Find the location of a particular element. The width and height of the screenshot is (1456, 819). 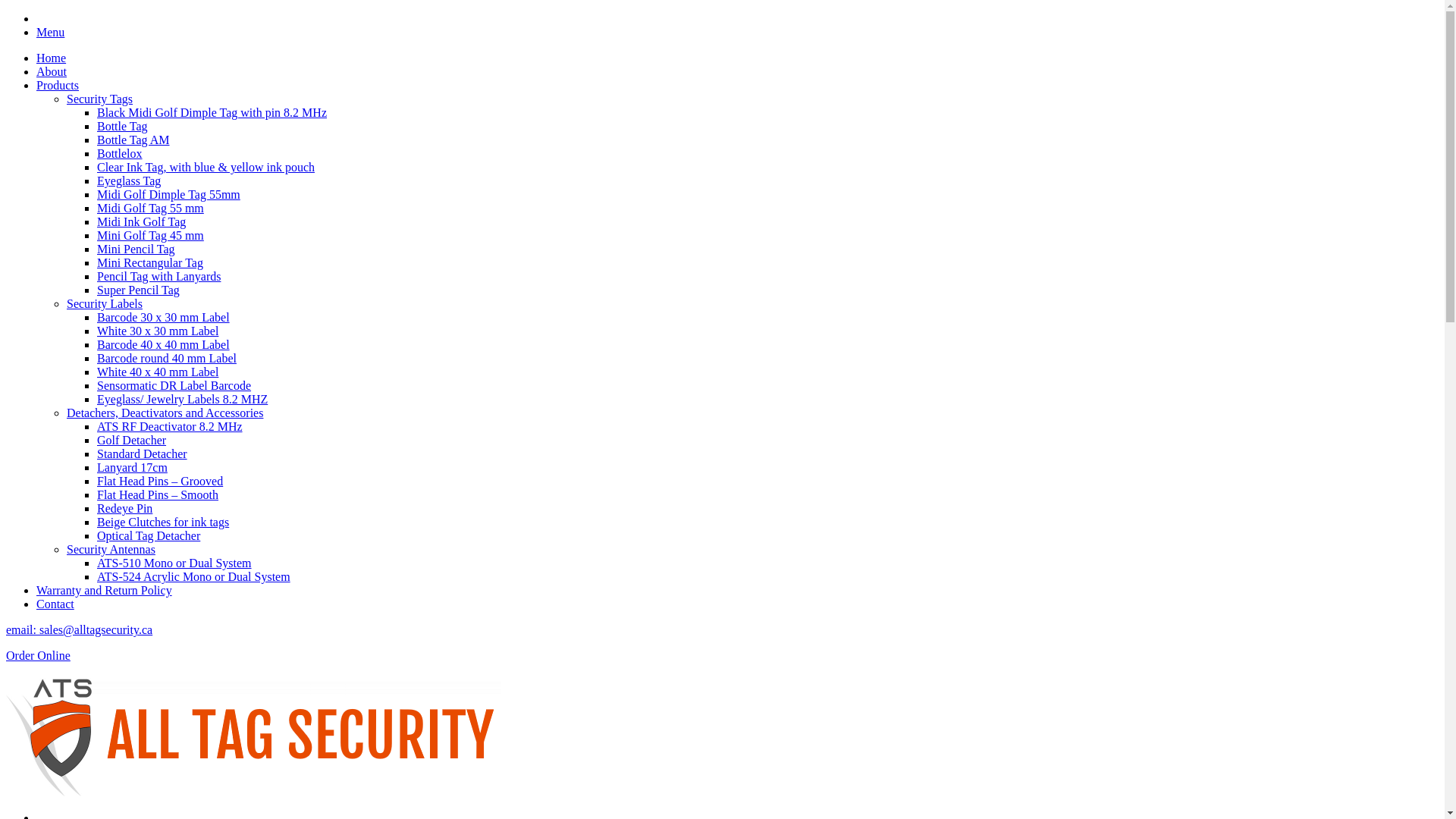

'Barcode 30 x 30 mm Label' is located at coordinates (163, 316).